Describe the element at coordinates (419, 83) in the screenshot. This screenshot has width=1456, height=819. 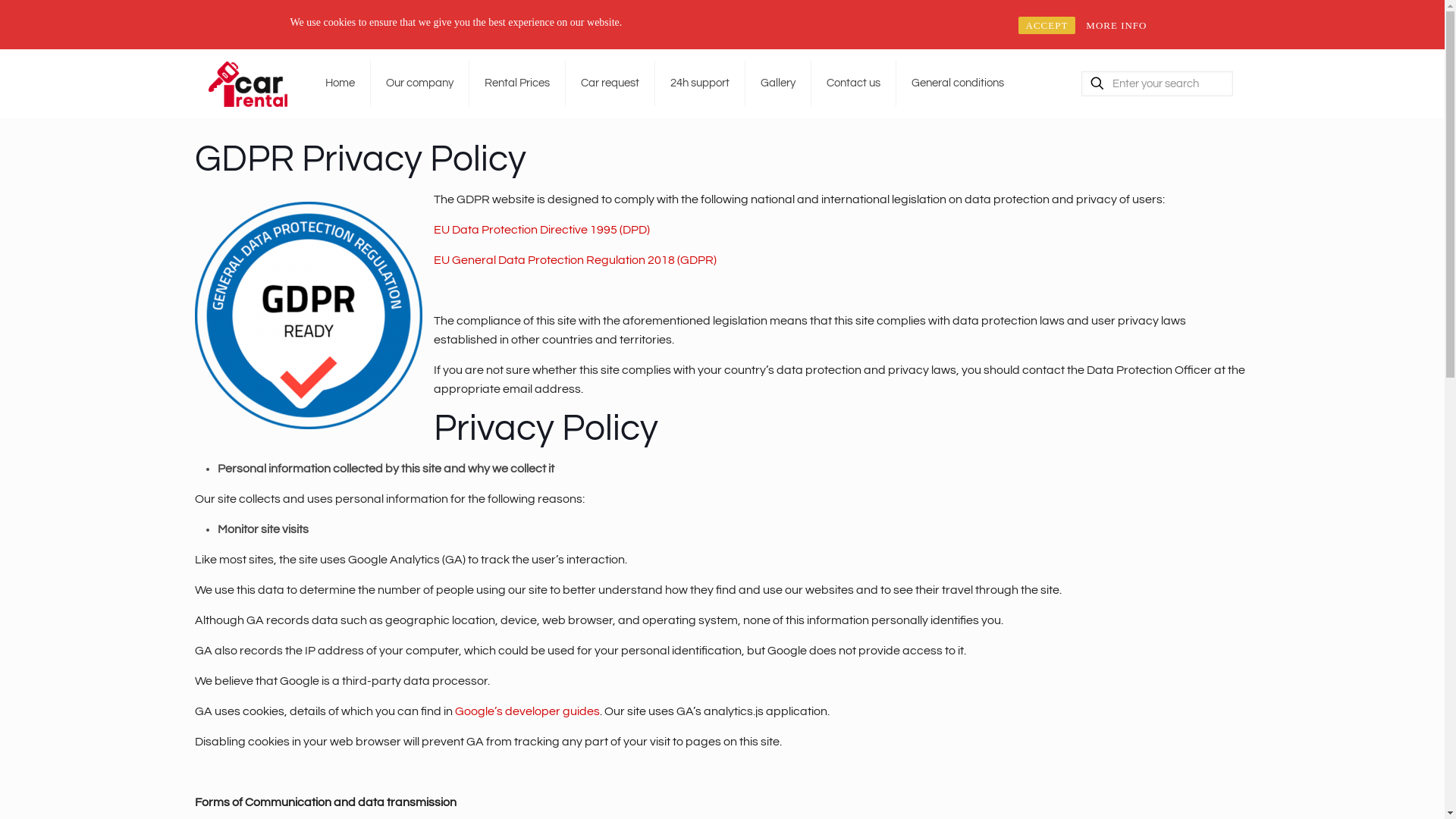
I see `'Our company'` at that location.